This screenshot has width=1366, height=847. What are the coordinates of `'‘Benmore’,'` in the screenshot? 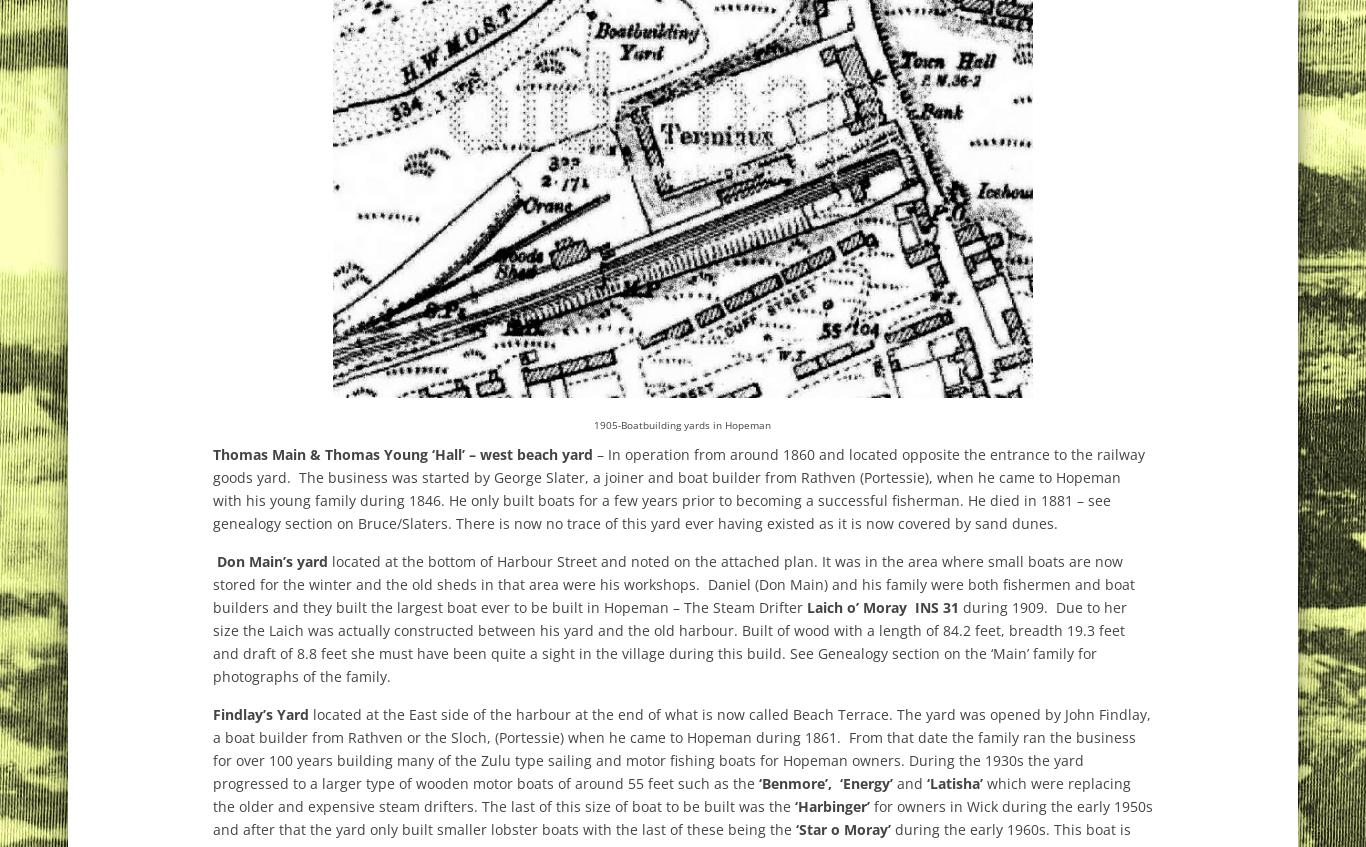 It's located at (796, 782).